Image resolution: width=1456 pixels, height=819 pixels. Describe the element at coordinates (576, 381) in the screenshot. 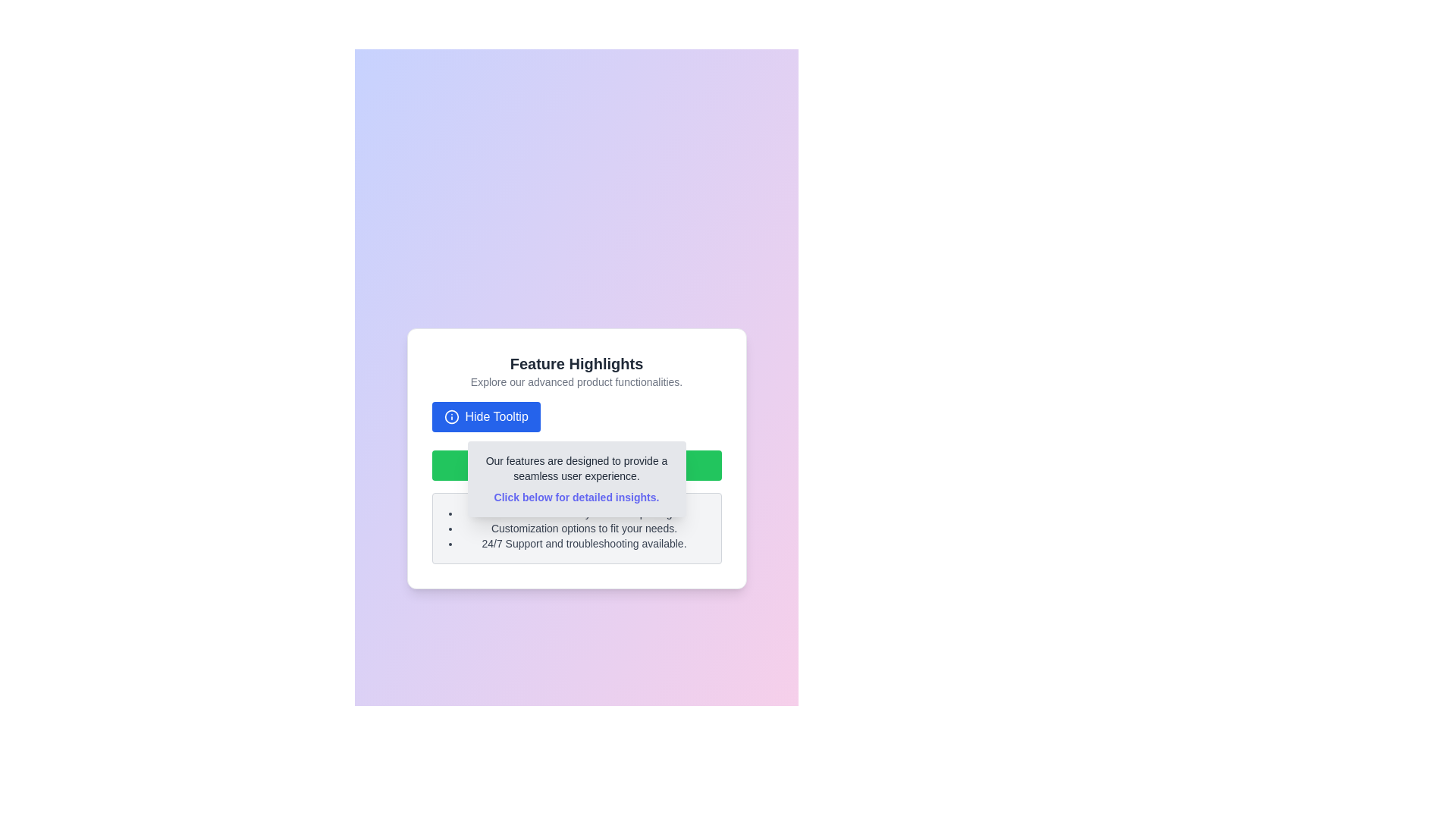

I see `text from the light gray text block located under the 'Feature Highlights' title` at that location.